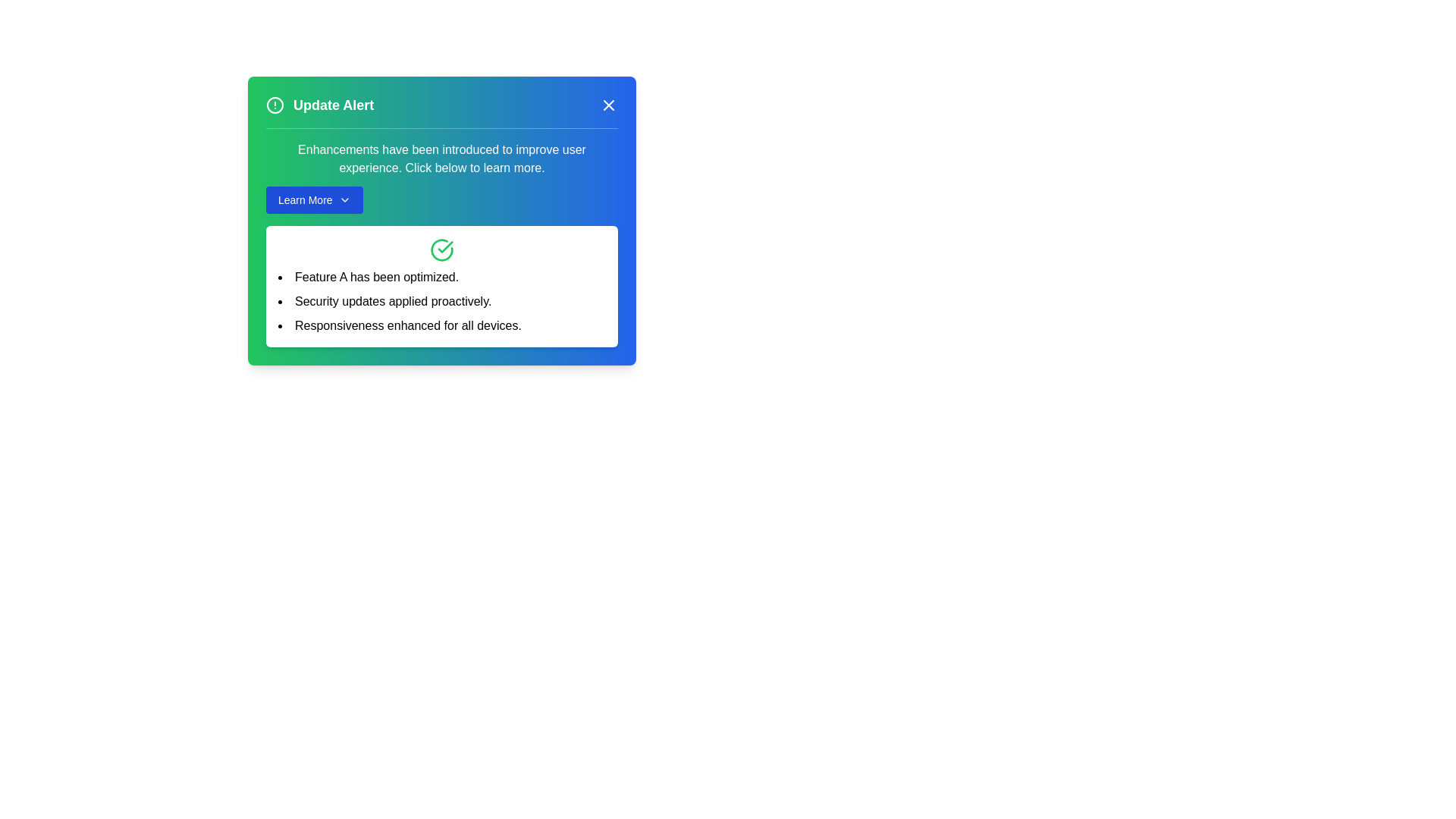  I want to click on the 'Learn More' button to toggle the visibility of the details section, so click(312, 199).